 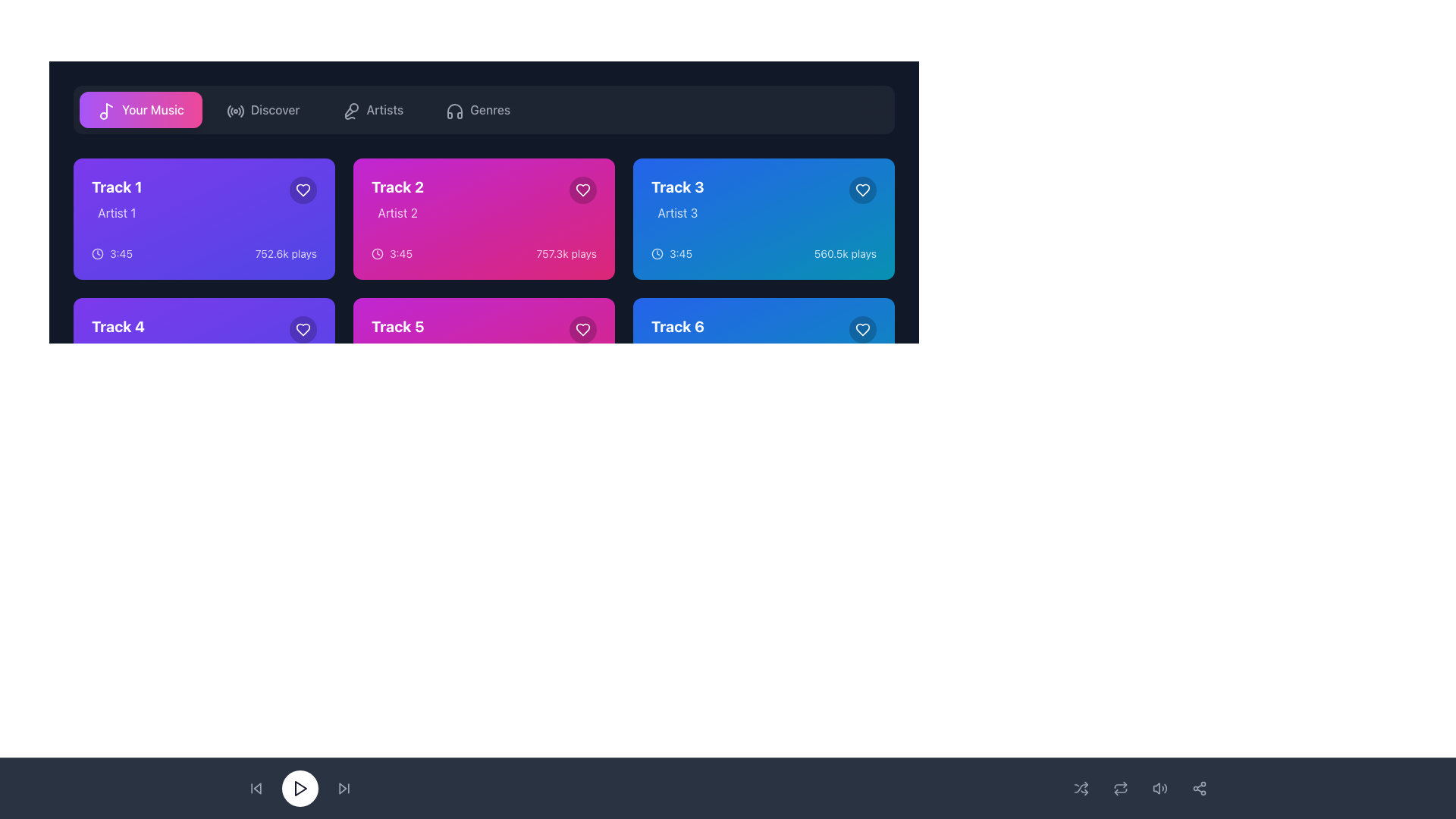 What do you see at coordinates (397, 186) in the screenshot?
I see `the text label 'Track 2' which is styled with a bold, large font in white on a bright magenta background, located at the center of the second card in the top row` at bounding box center [397, 186].